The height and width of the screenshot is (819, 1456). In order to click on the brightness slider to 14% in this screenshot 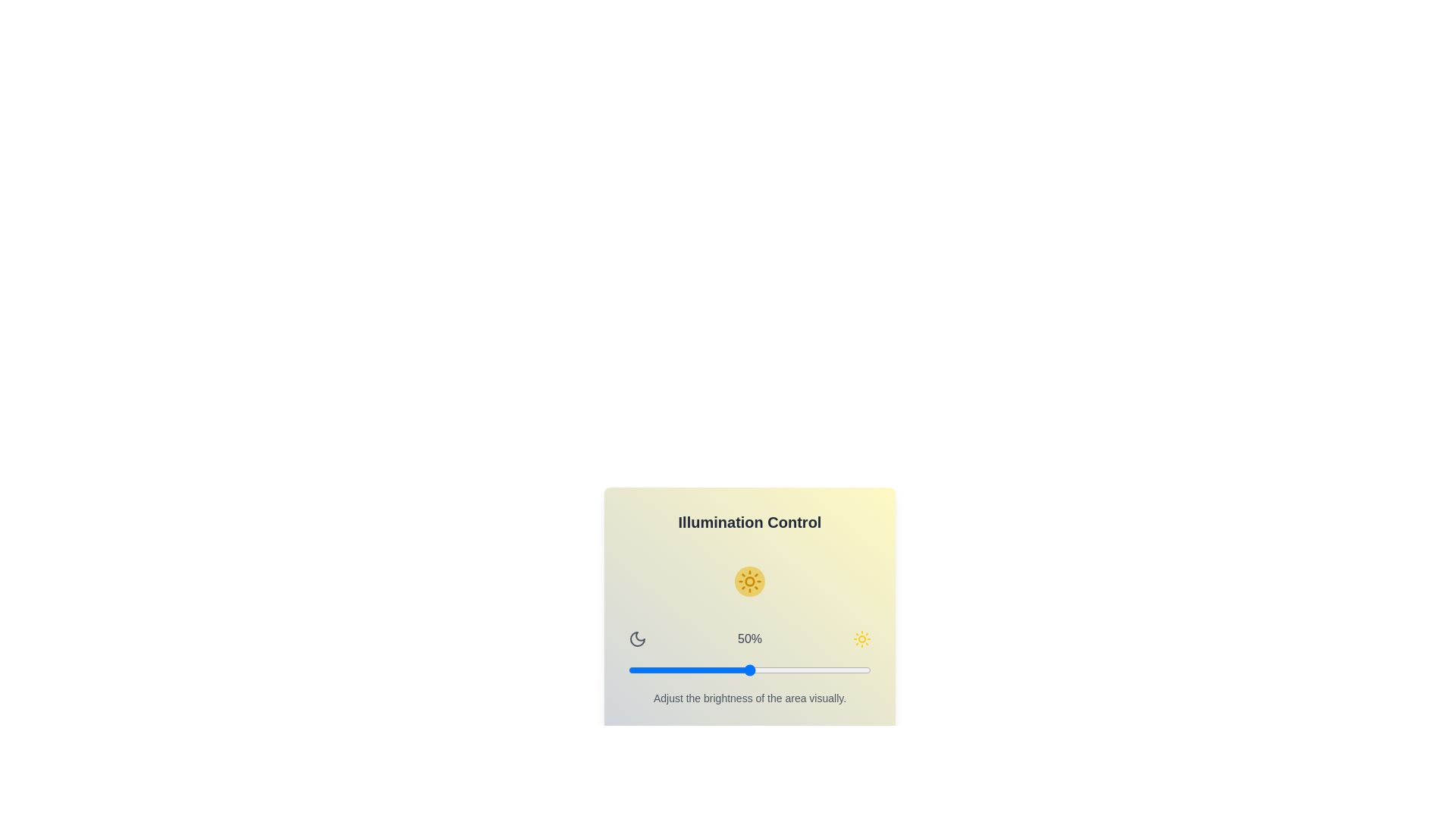, I will do `click(662, 669)`.